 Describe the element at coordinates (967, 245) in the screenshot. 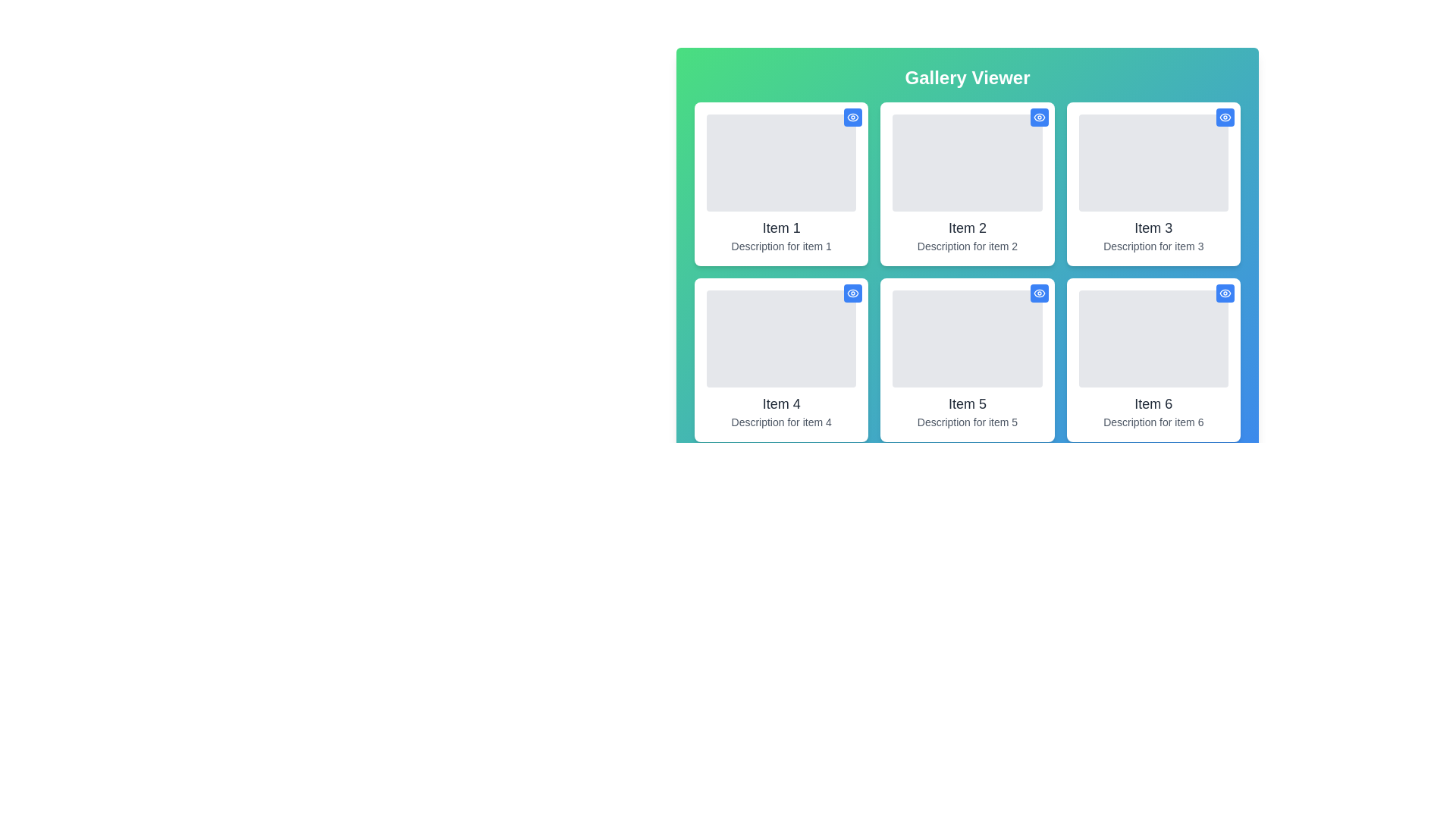

I see `the text label displaying 'Description for item 2', which is styled with a gray font color and located beneath the title 'Item 2' in the second tile` at that location.